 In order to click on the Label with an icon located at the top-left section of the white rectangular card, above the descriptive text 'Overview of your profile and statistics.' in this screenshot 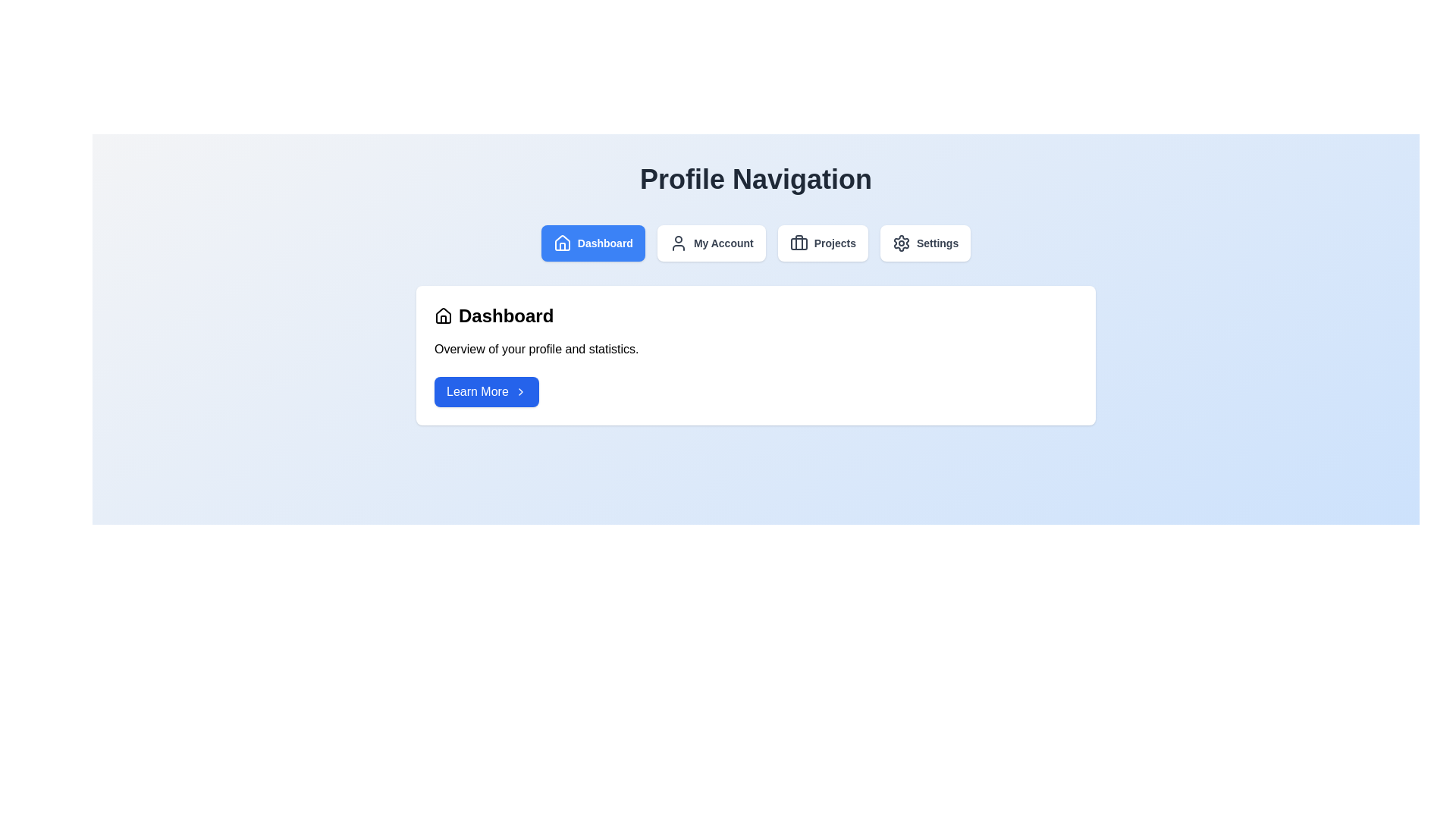, I will do `click(494, 315)`.